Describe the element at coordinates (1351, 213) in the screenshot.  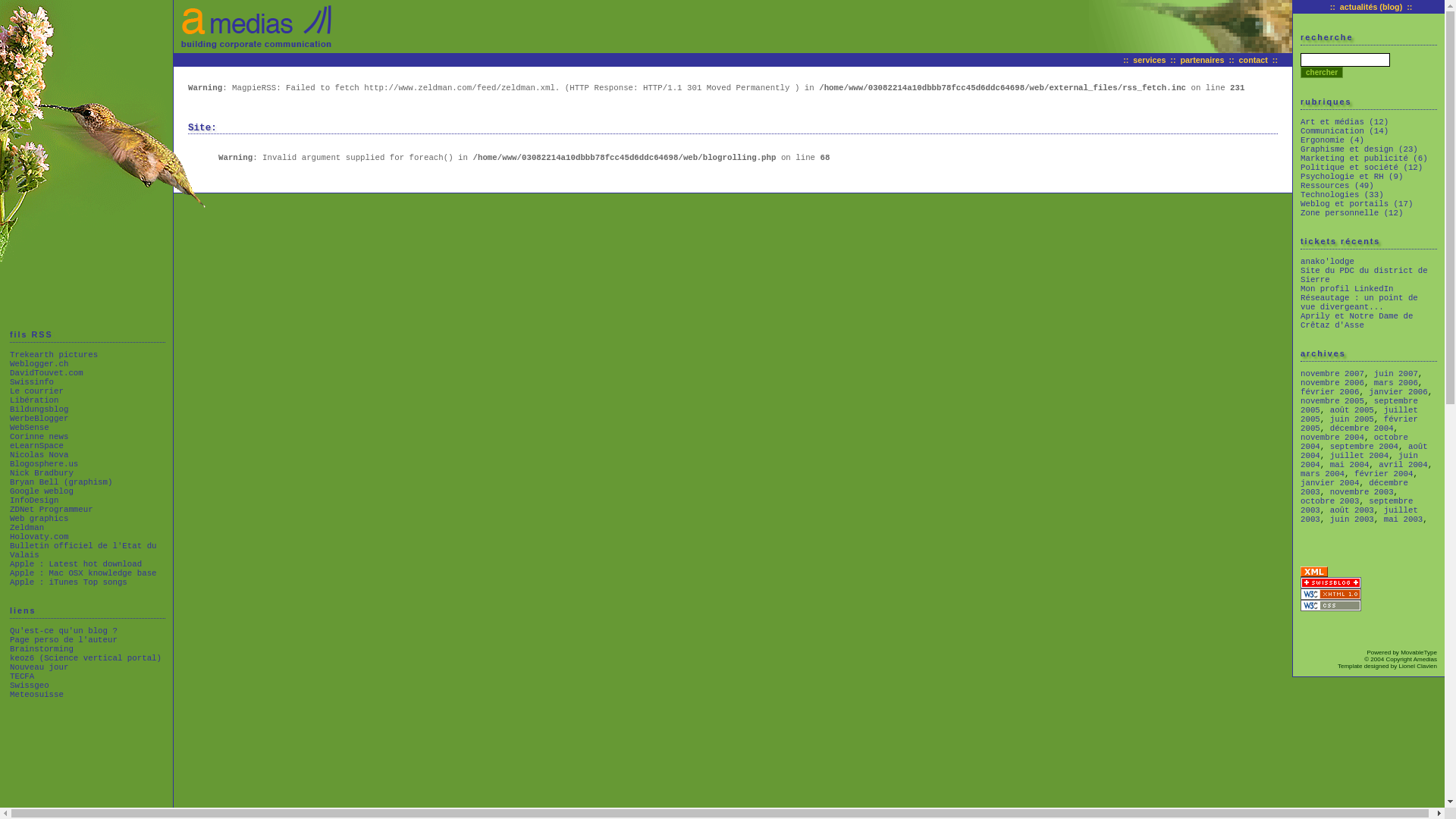
I see `'Zone personnelle (12)'` at that location.